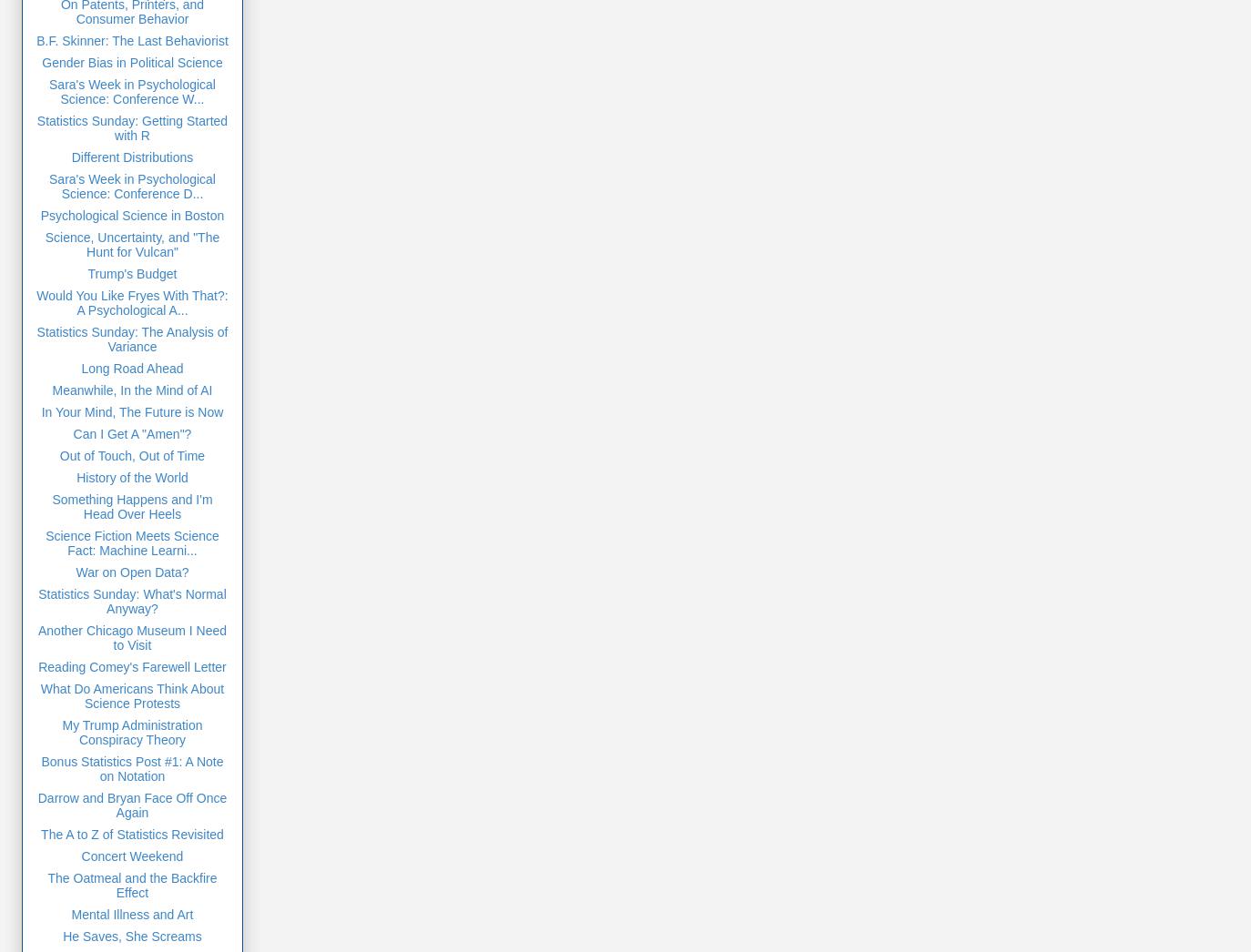  I want to click on 'Bonus Statistics Post #1: A Note on Notation', so click(130, 767).